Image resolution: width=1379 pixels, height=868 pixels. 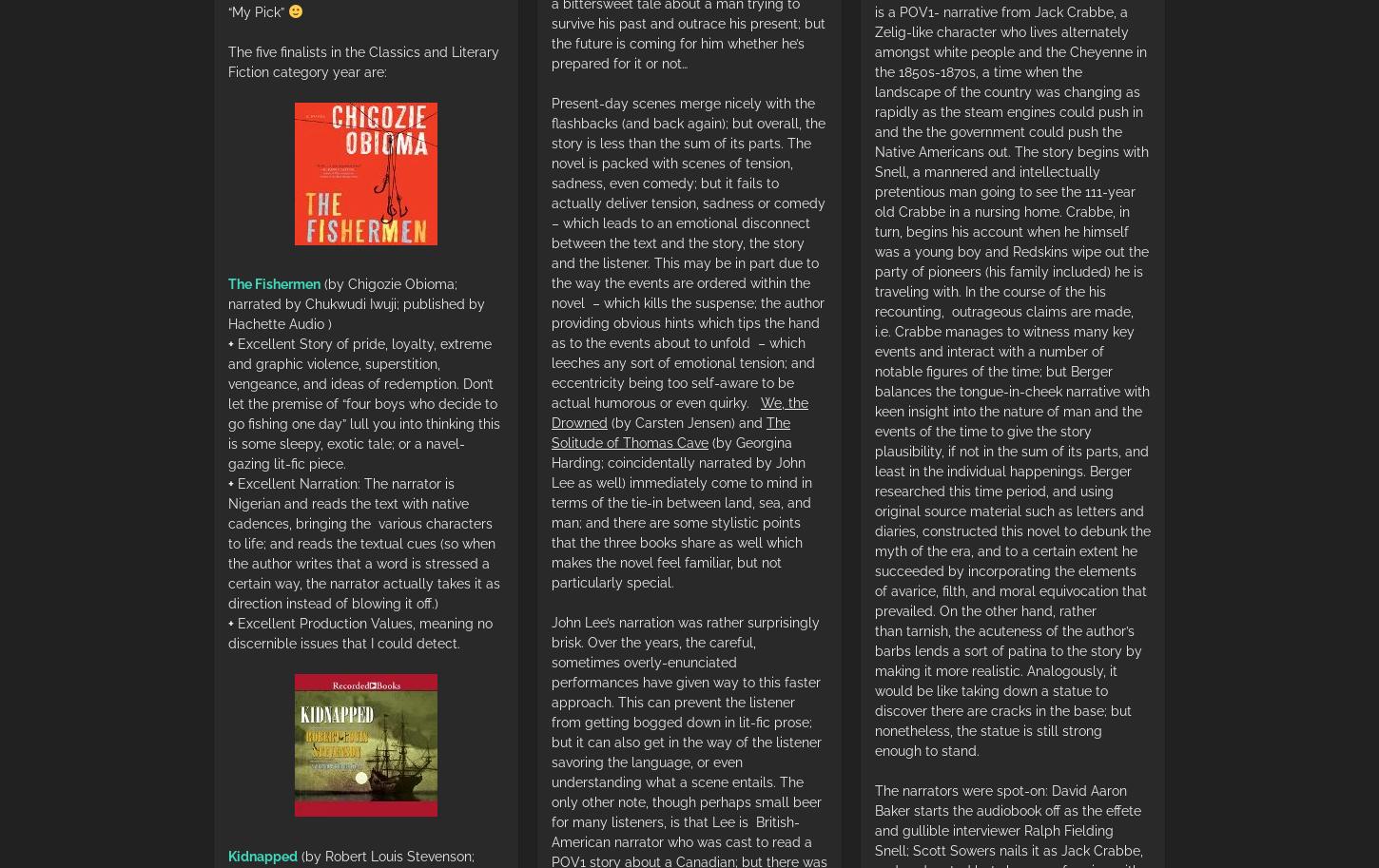 I want to click on 'Excellent Story of pride, loyalty, extreme and graphic violence, superstition, vengeance, and ideas of redemption. Don’t let the premise of “four boys who decide to go fishing one day” lull you into thinking this is some sleepy, exotic tale; or a navel-gazing lit-fic piece.', so click(x=226, y=404).